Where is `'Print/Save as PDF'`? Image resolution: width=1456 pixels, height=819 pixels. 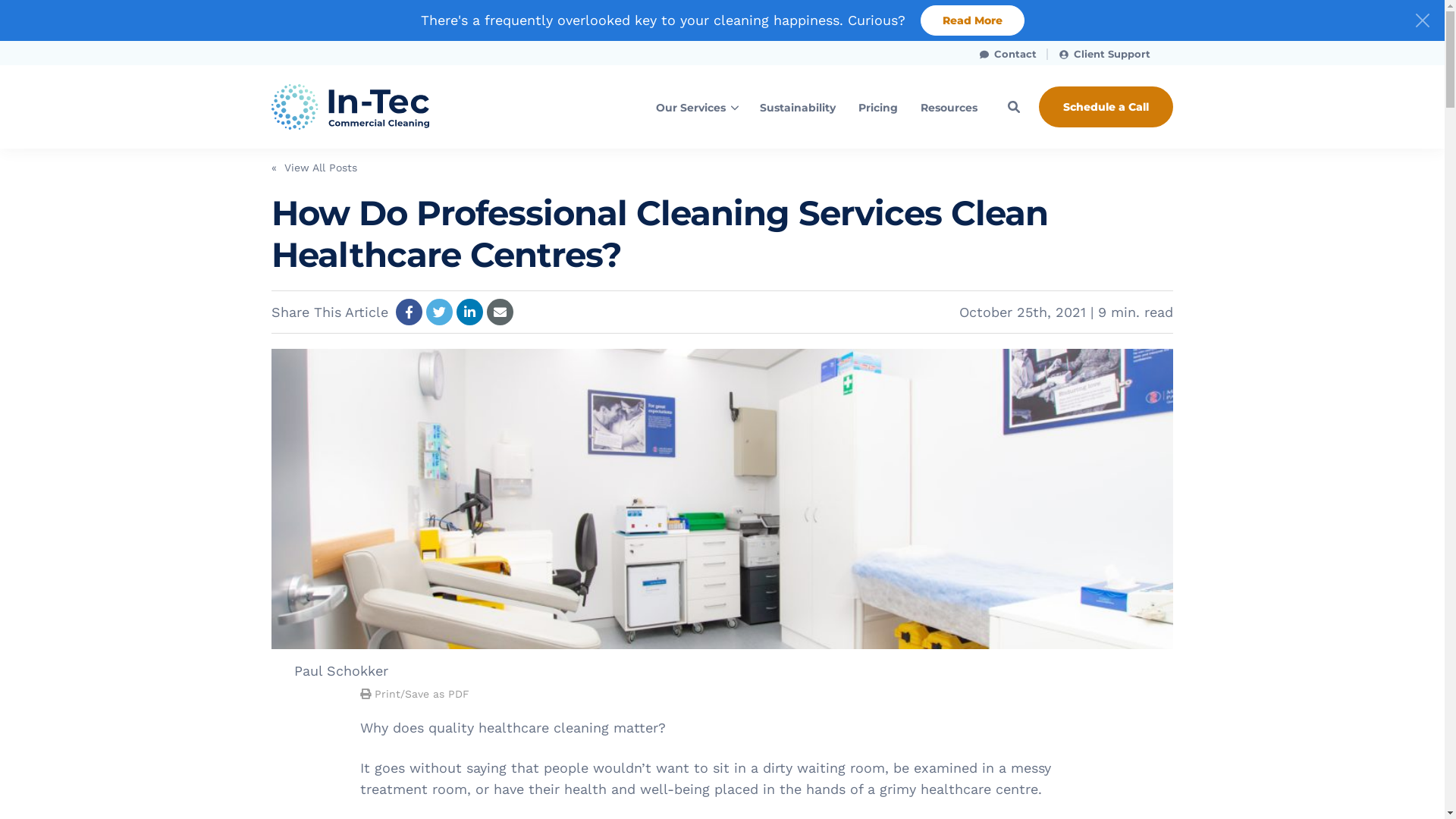 'Print/Save as PDF' is located at coordinates (415, 693).